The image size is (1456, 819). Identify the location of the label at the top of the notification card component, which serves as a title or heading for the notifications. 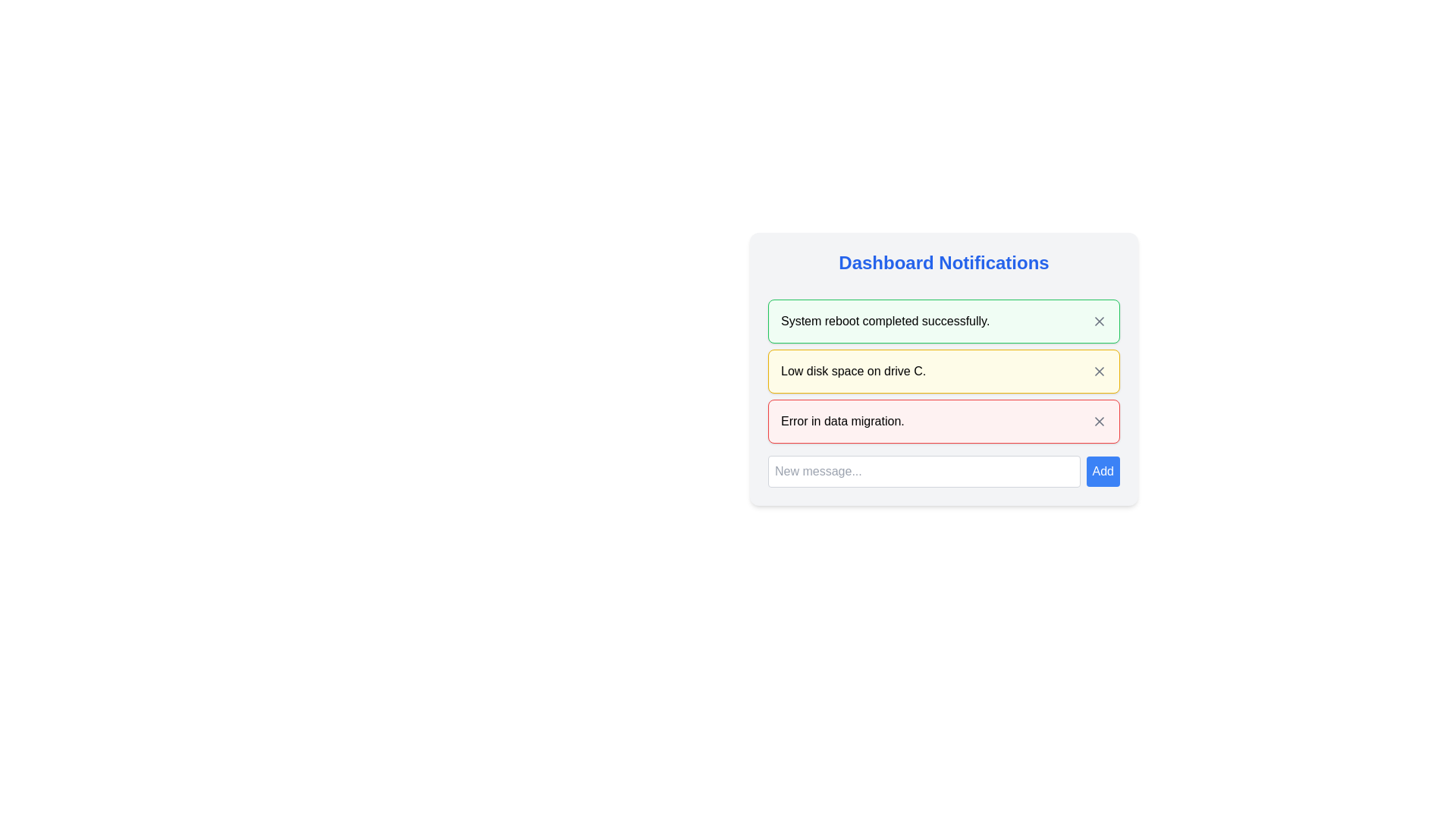
(943, 262).